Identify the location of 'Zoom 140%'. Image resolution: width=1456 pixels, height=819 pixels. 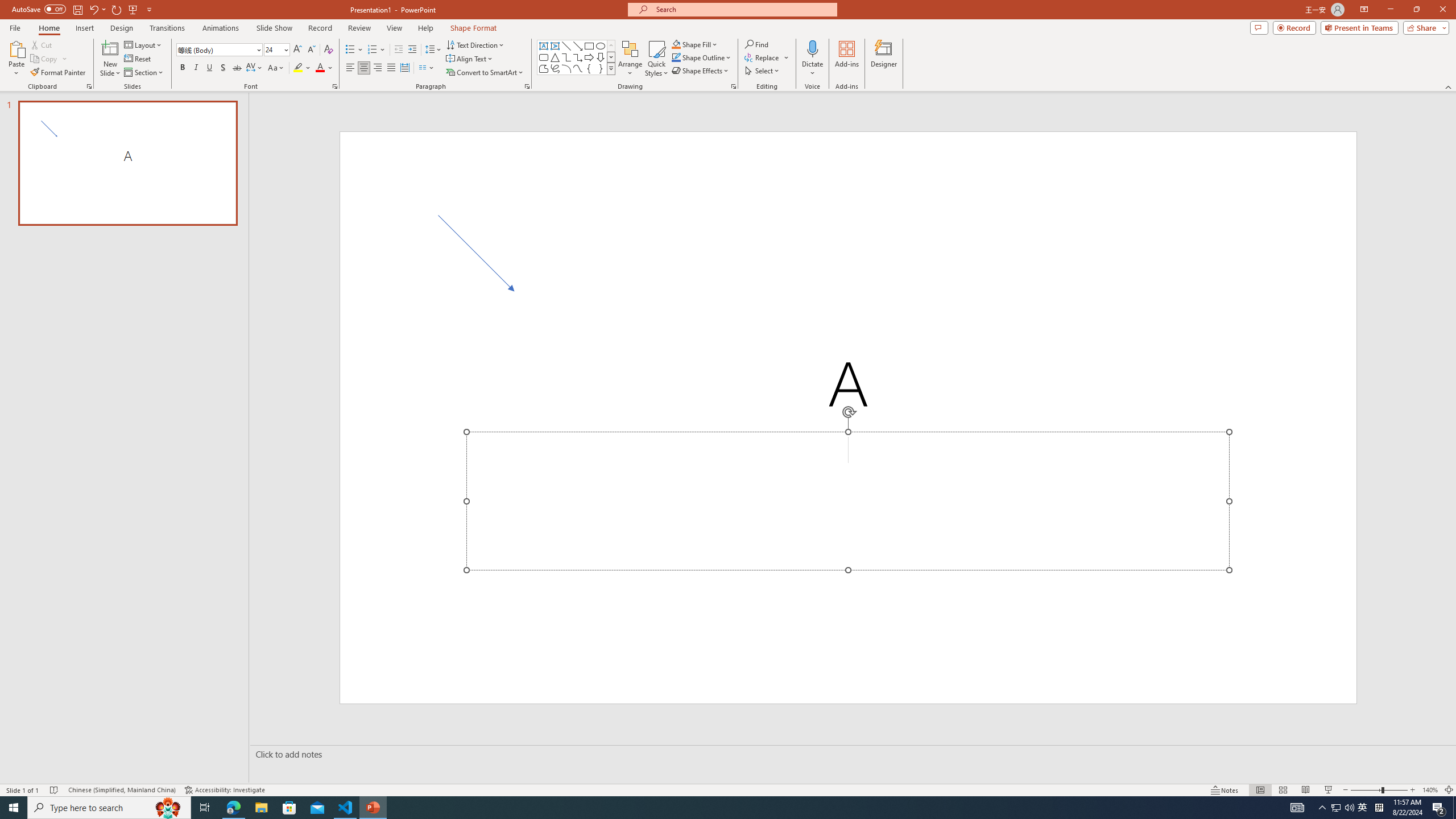
(1430, 790).